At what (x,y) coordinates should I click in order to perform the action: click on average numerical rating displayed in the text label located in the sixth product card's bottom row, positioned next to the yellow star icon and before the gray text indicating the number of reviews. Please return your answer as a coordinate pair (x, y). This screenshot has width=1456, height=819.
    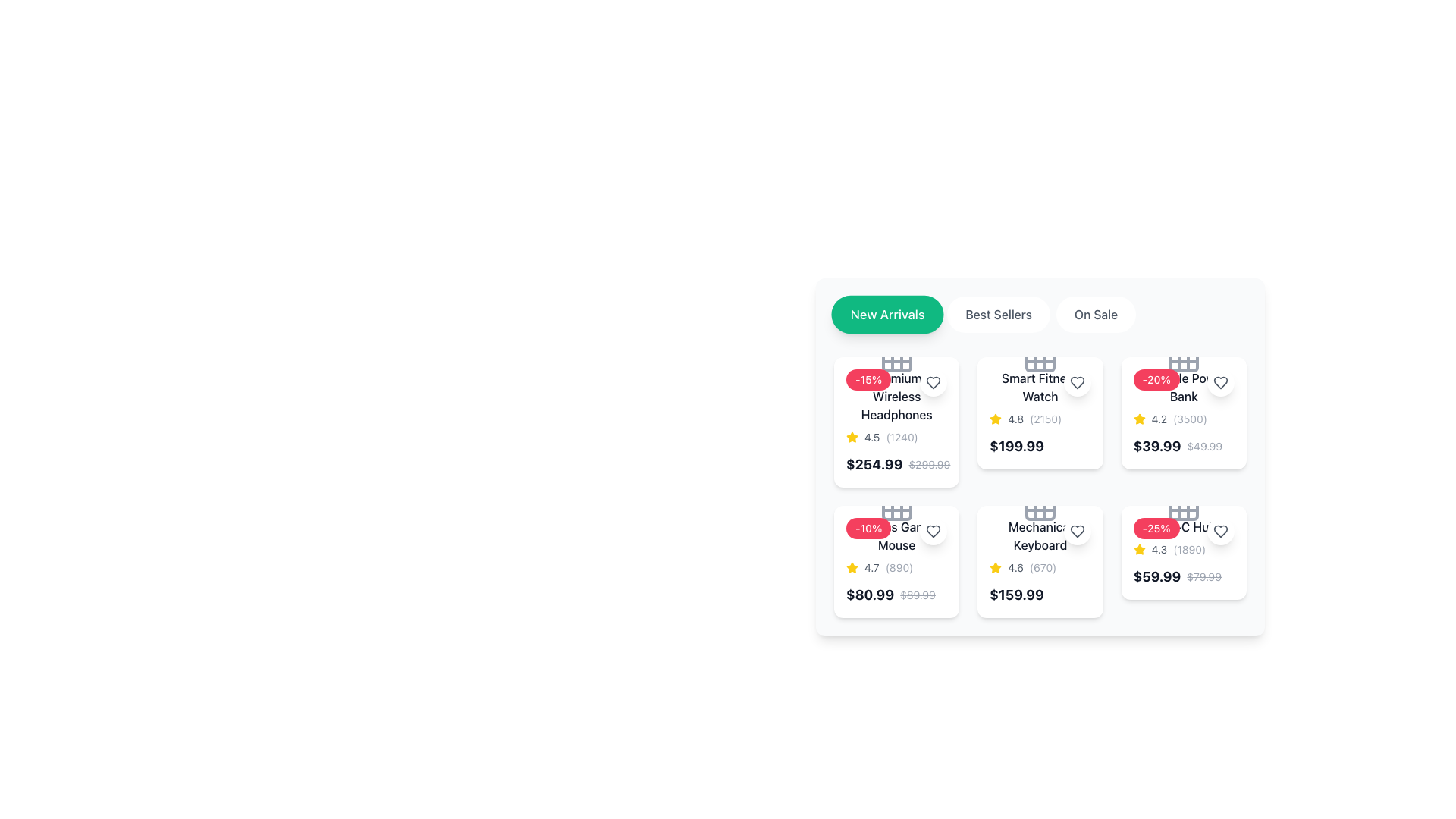
    Looking at the image, I should click on (1015, 567).